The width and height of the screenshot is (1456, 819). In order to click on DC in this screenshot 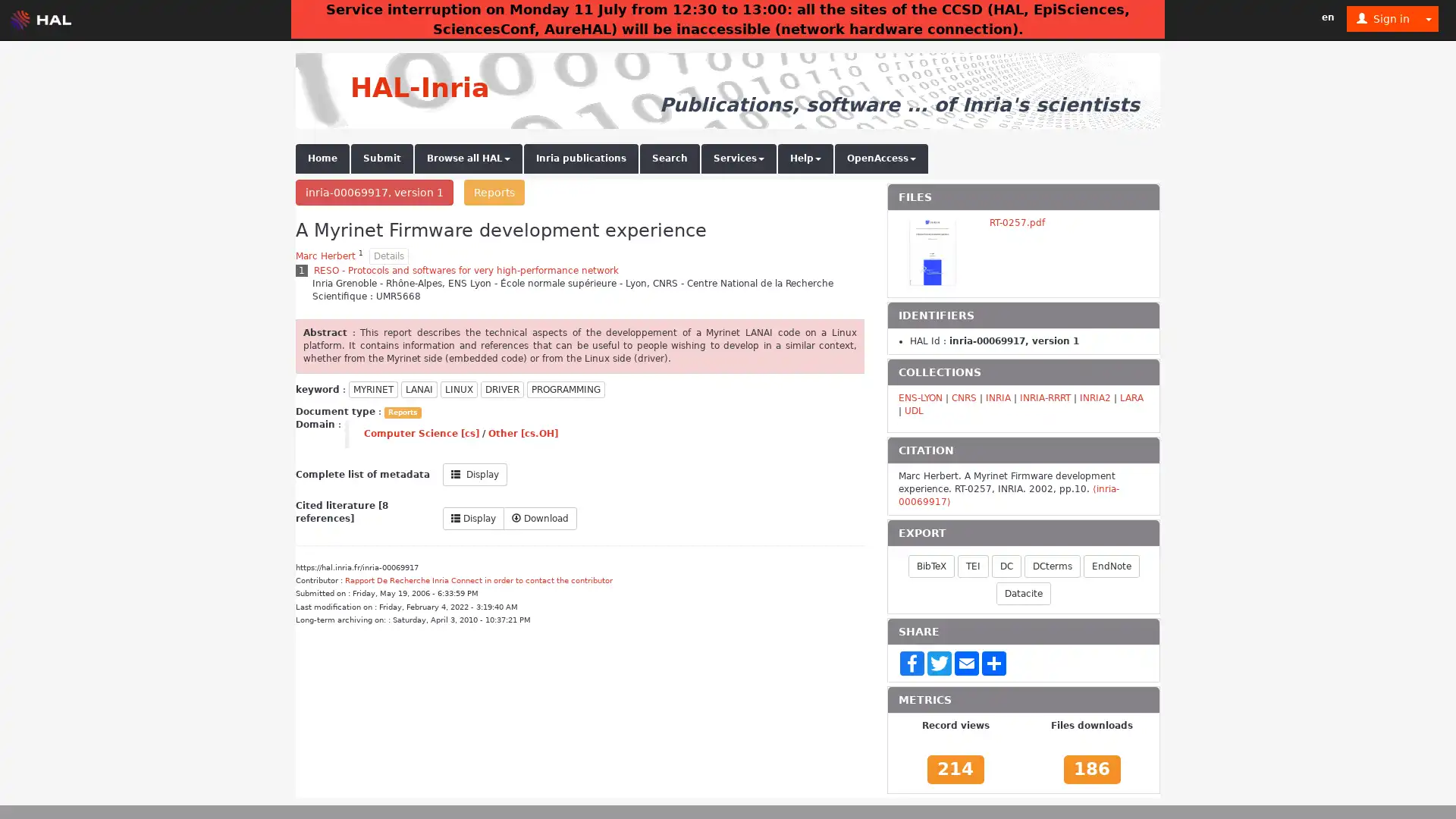, I will do `click(1006, 565)`.